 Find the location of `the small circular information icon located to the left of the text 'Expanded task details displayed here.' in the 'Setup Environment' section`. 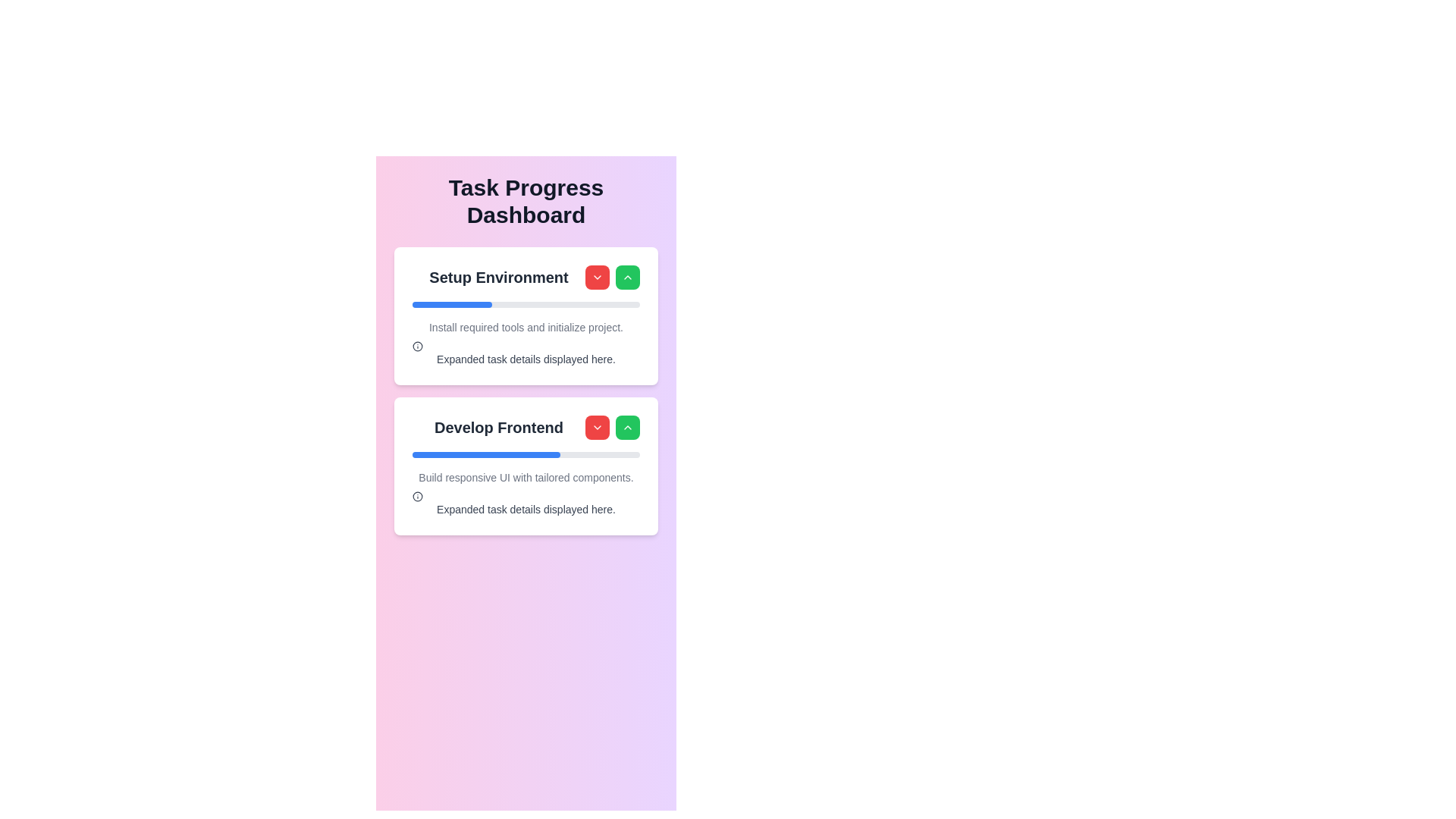

the small circular information icon located to the left of the text 'Expanded task details displayed here.' in the 'Setup Environment' section is located at coordinates (418, 346).